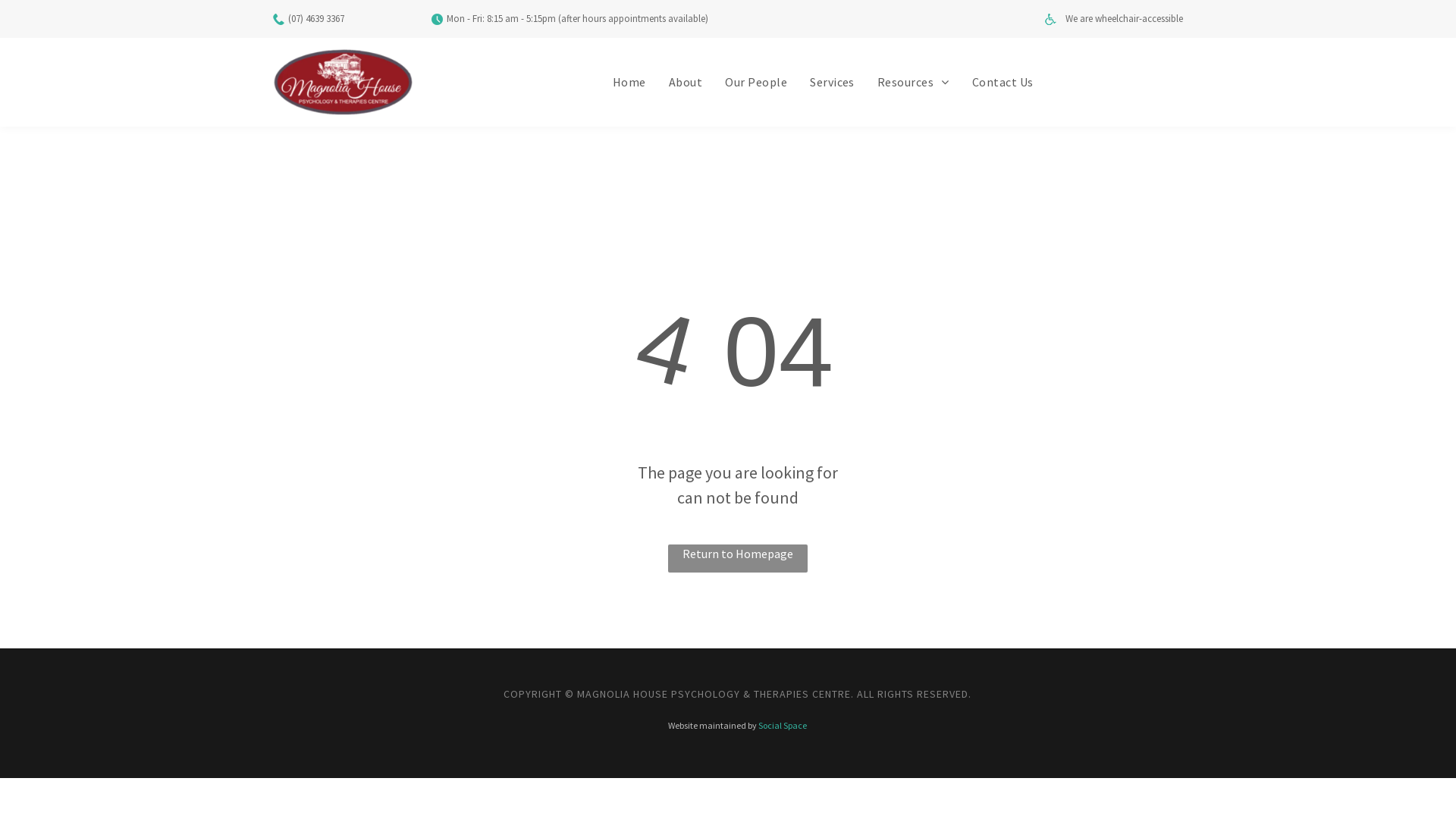 This screenshot has width=1456, height=819. What do you see at coordinates (960, 82) in the screenshot?
I see `'Contact Us'` at bounding box center [960, 82].